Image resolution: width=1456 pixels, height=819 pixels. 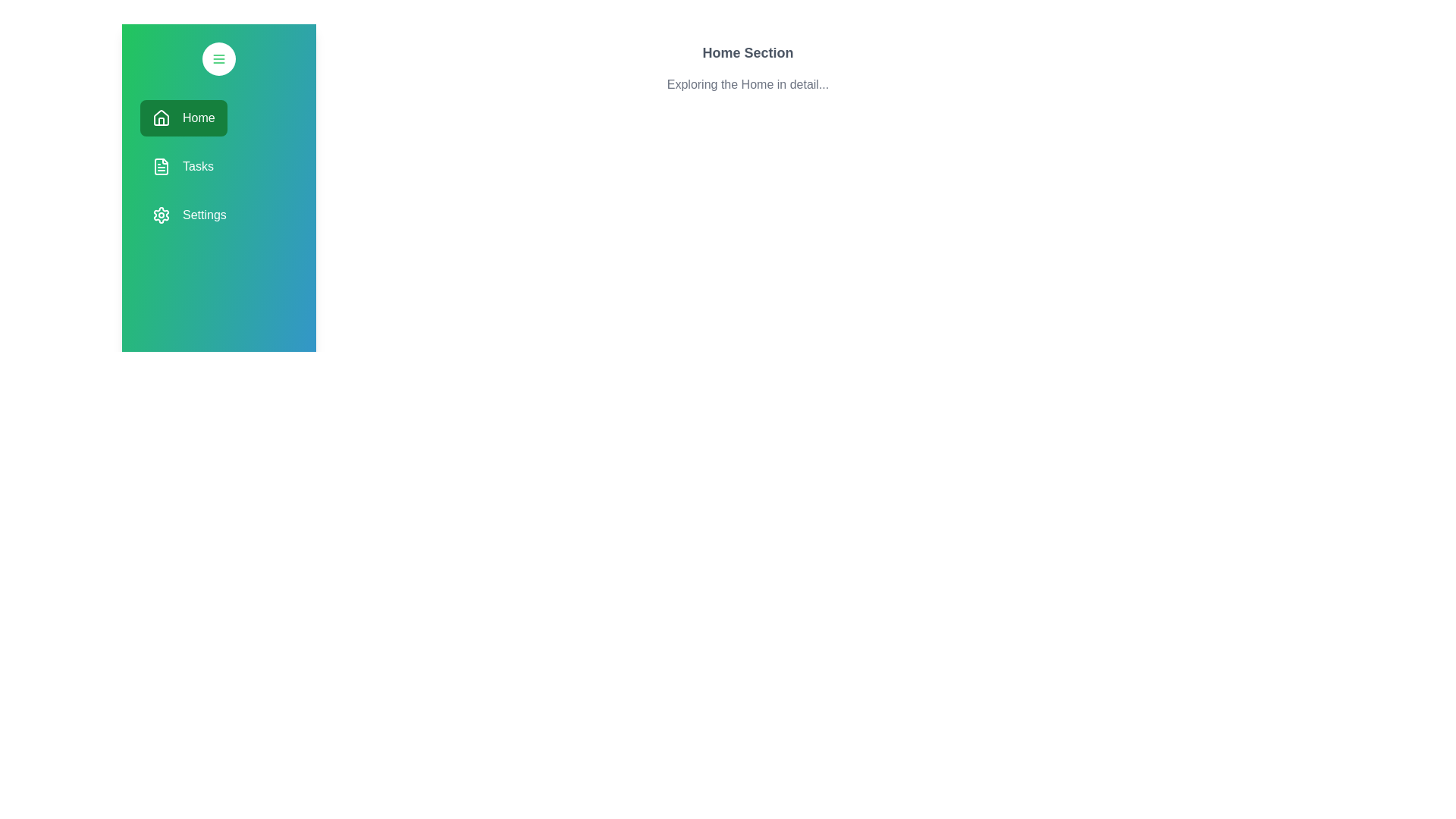 What do you see at coordinates (161, 215) in the screenshot?
I see `the gear-shaped settings icon located in the vertical navigation sidebar` at bounding box center [161, 215].